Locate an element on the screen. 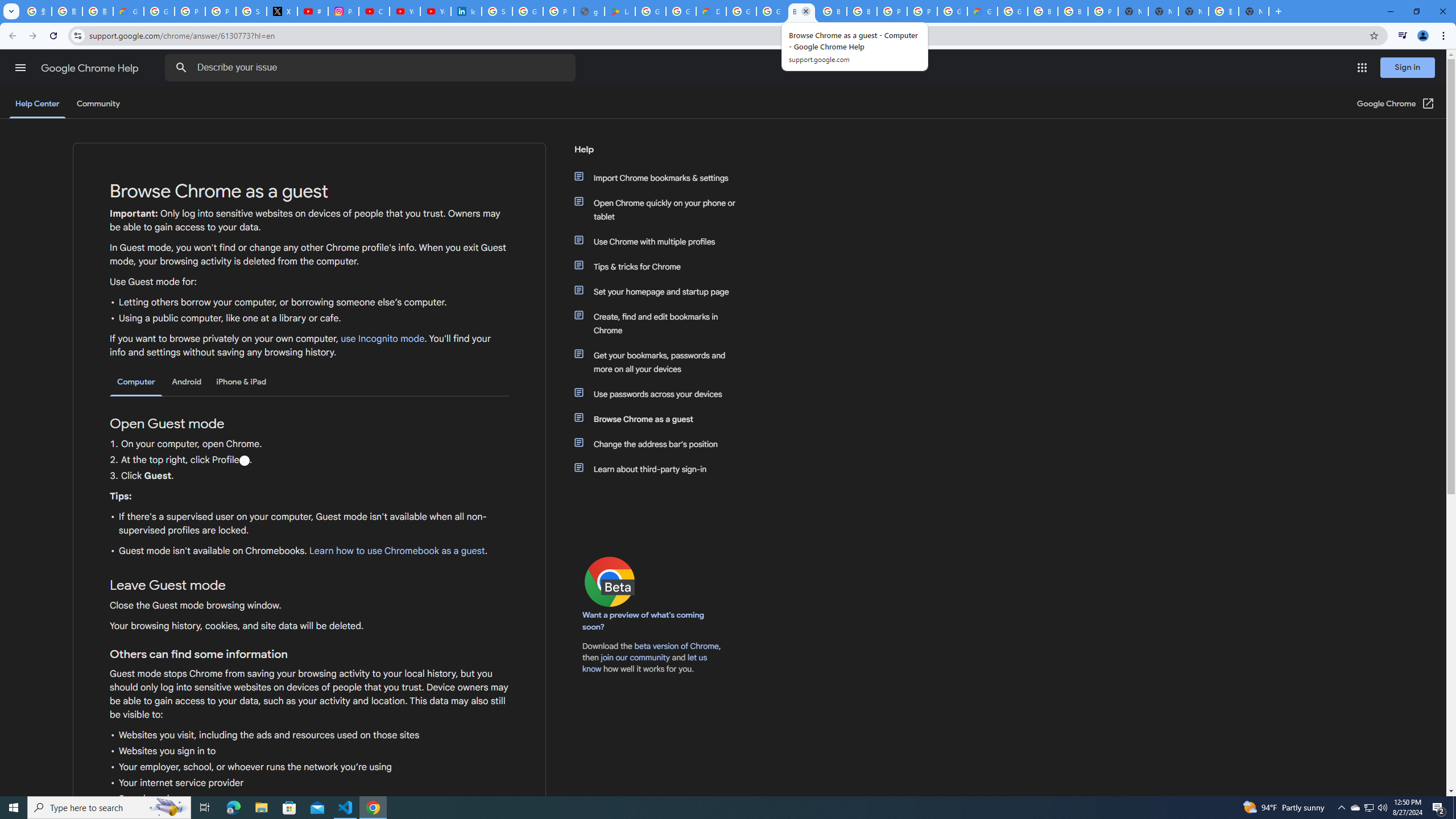 The height and width of the screenshot is (819, 1456). 'Search Help Center' is located at coordinates (180, 67).